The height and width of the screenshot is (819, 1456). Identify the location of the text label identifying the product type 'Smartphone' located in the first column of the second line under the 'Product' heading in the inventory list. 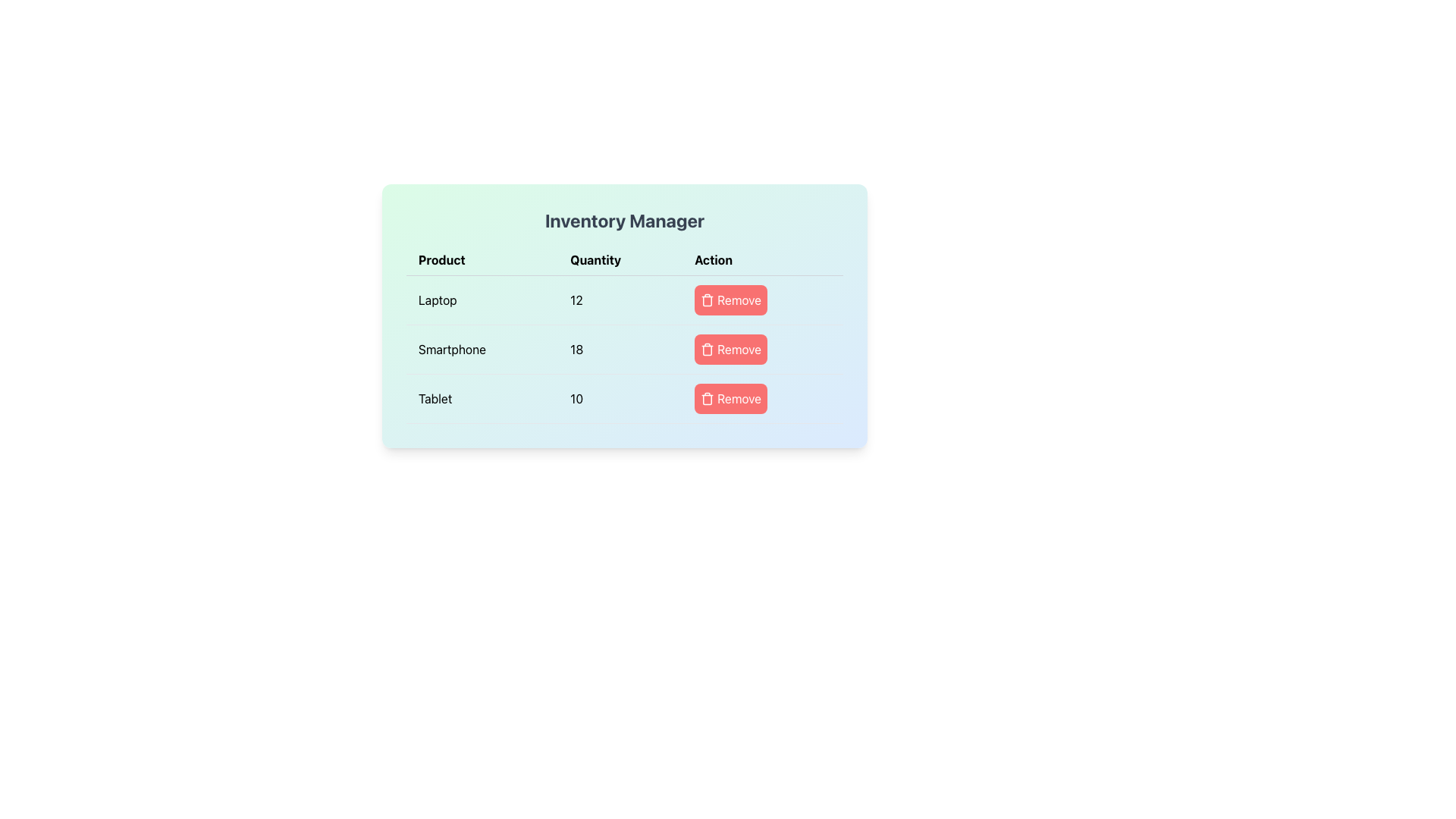
(482, 350).